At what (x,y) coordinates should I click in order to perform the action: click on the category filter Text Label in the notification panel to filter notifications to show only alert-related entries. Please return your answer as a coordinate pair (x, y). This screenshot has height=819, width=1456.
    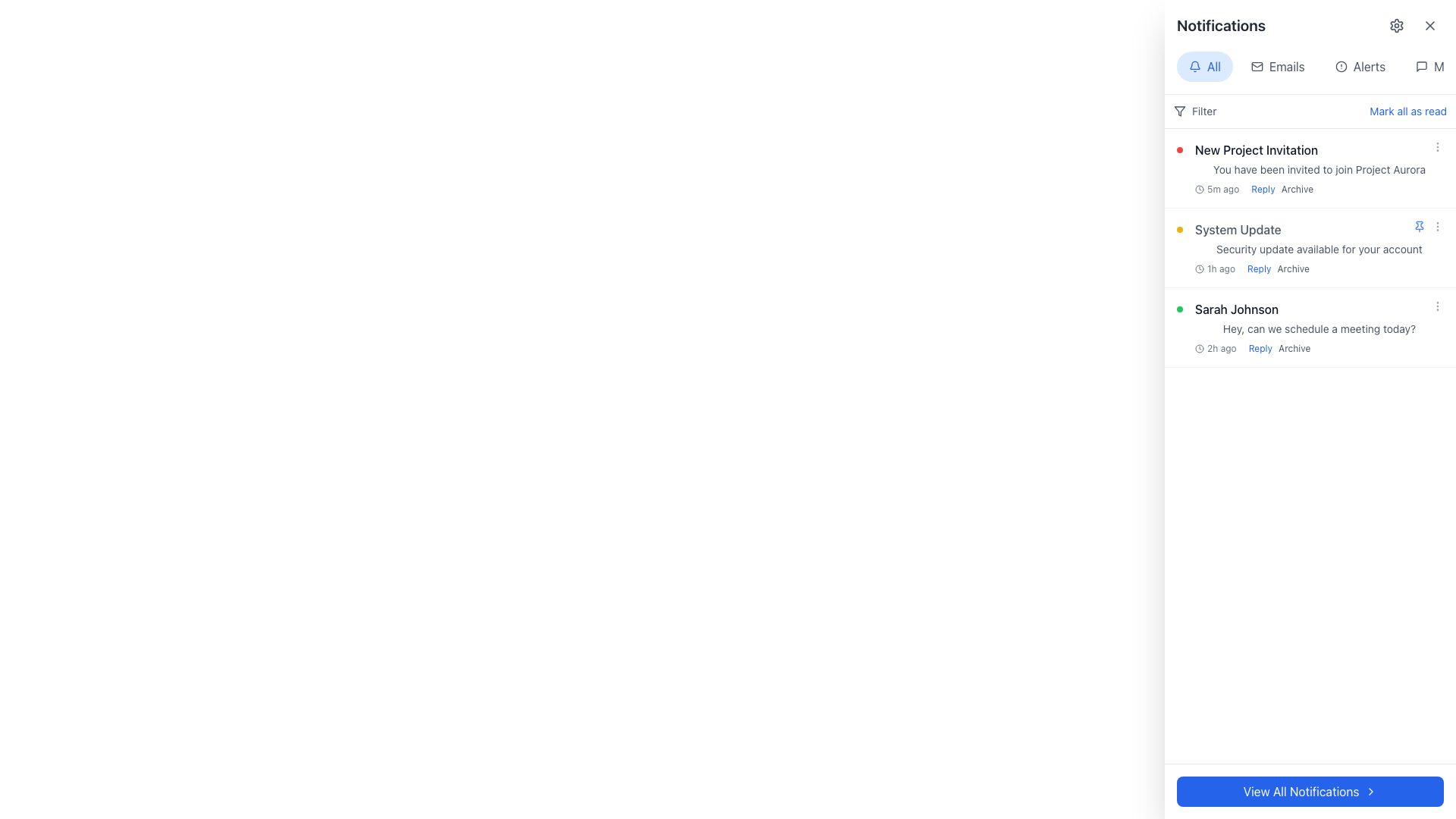
    Looking at the image, I should click on (1369, 66).